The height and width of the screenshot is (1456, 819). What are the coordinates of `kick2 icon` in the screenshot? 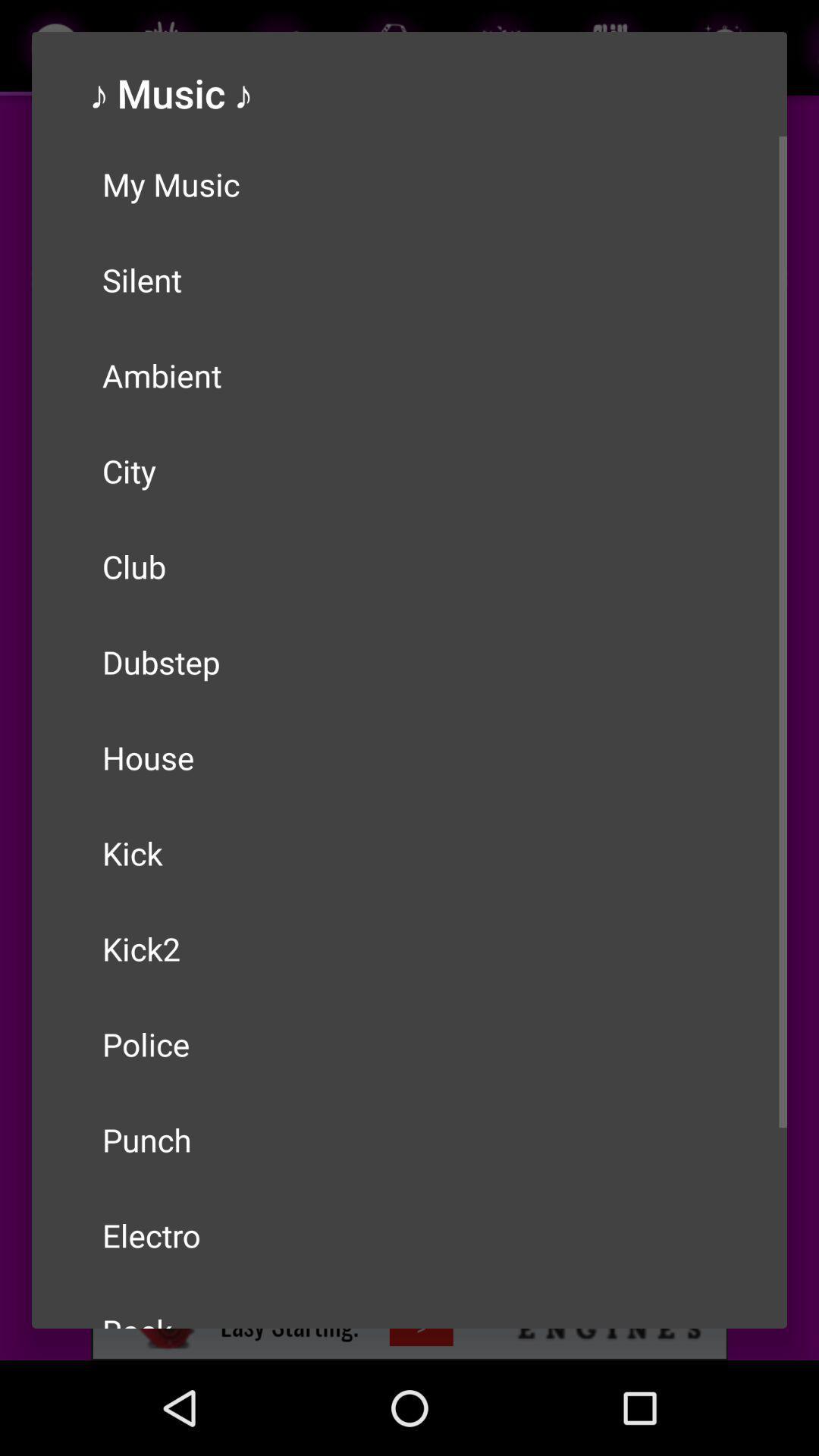 It's located at (409, 948).